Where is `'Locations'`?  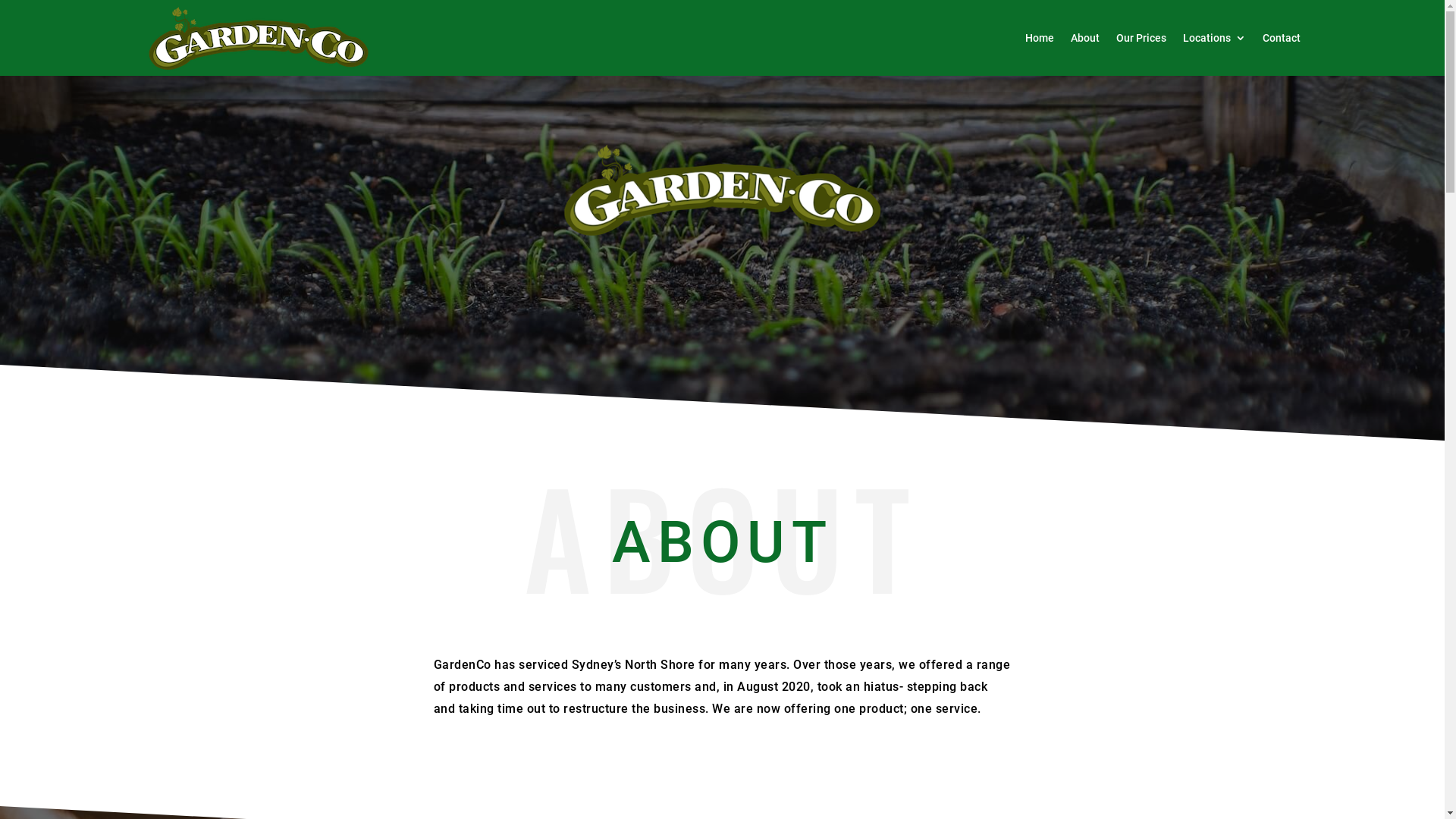 'Locations' is located at coordinates (1214, 37).